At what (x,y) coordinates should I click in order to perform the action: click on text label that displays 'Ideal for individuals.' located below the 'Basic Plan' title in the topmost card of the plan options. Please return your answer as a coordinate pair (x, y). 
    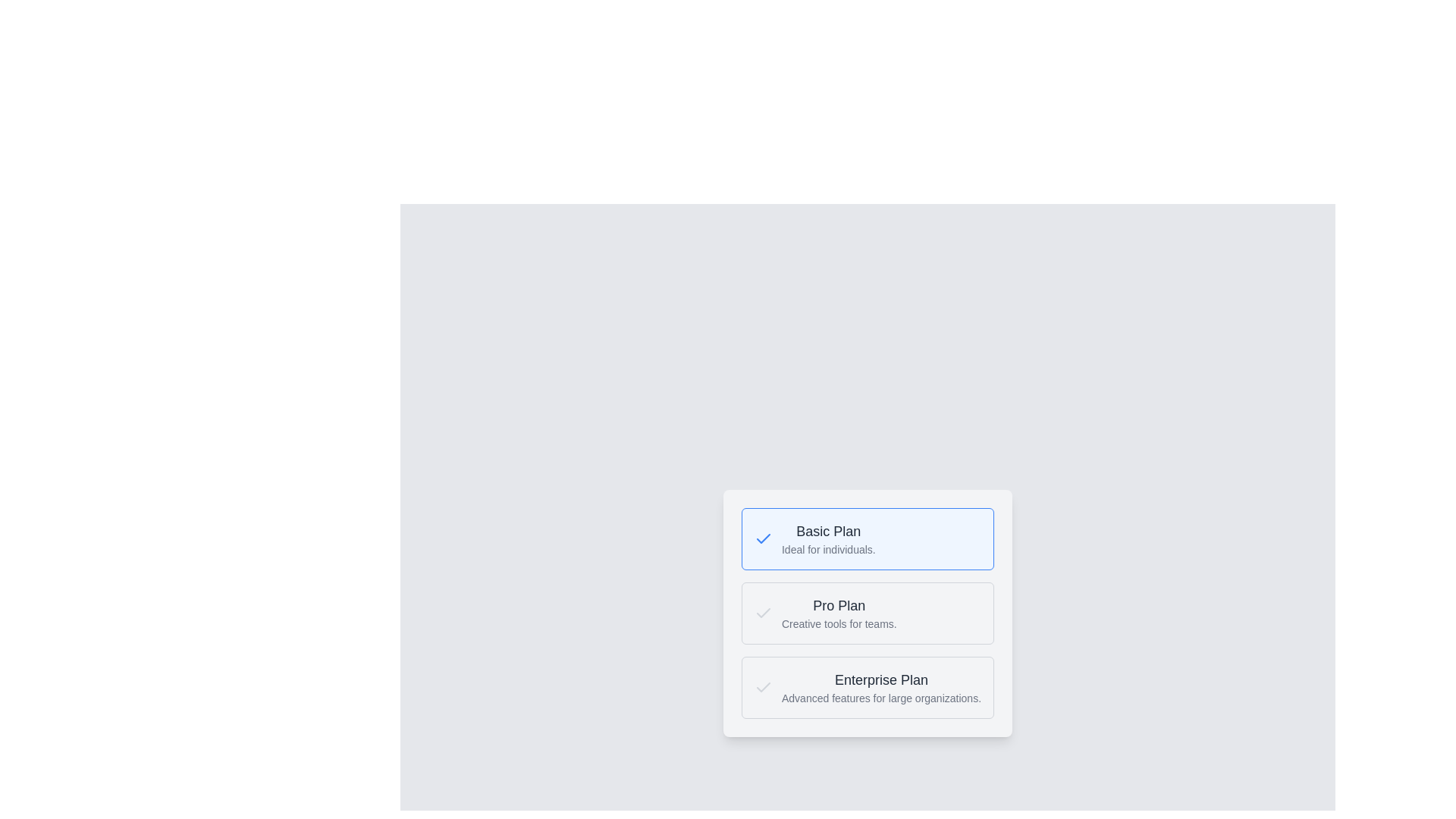
    Looking at the image, I should click on (827, 550).